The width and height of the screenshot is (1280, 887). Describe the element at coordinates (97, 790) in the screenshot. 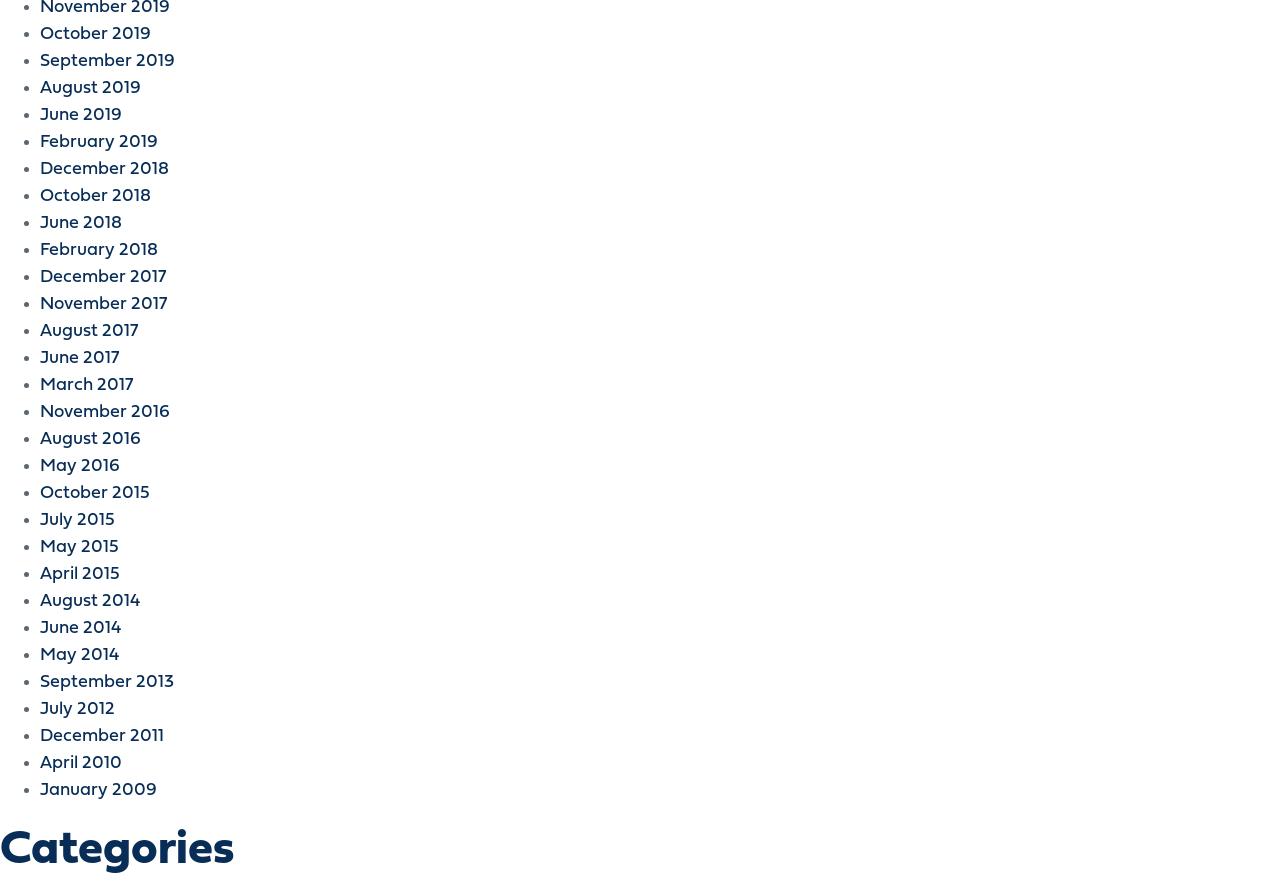

I see `'January 2009'` at that location.